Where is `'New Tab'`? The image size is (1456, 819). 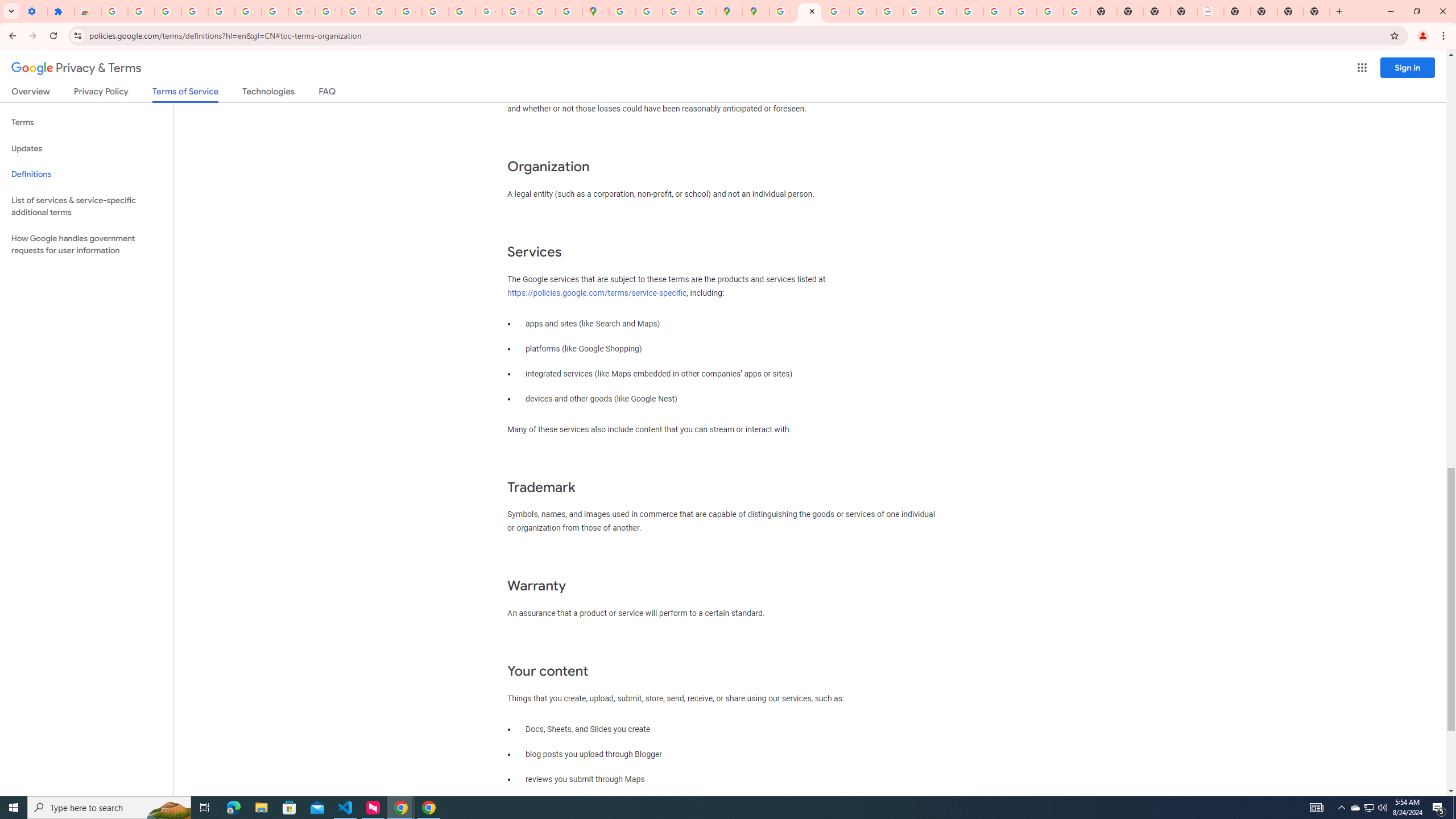 'New Tab' is located at coordinates (1317, 11).